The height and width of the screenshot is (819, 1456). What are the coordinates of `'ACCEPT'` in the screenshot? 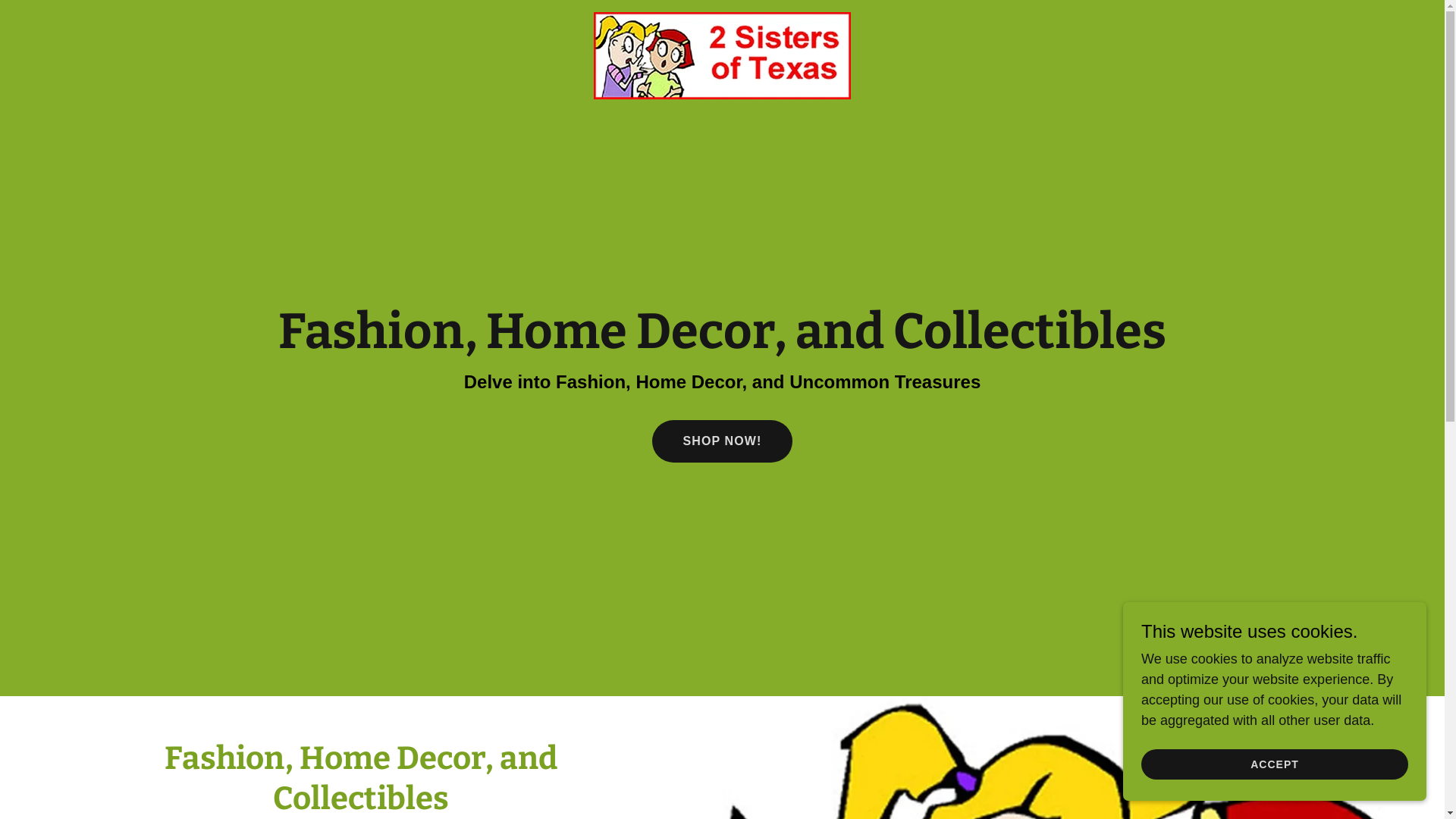 It's located at (1274, 764).